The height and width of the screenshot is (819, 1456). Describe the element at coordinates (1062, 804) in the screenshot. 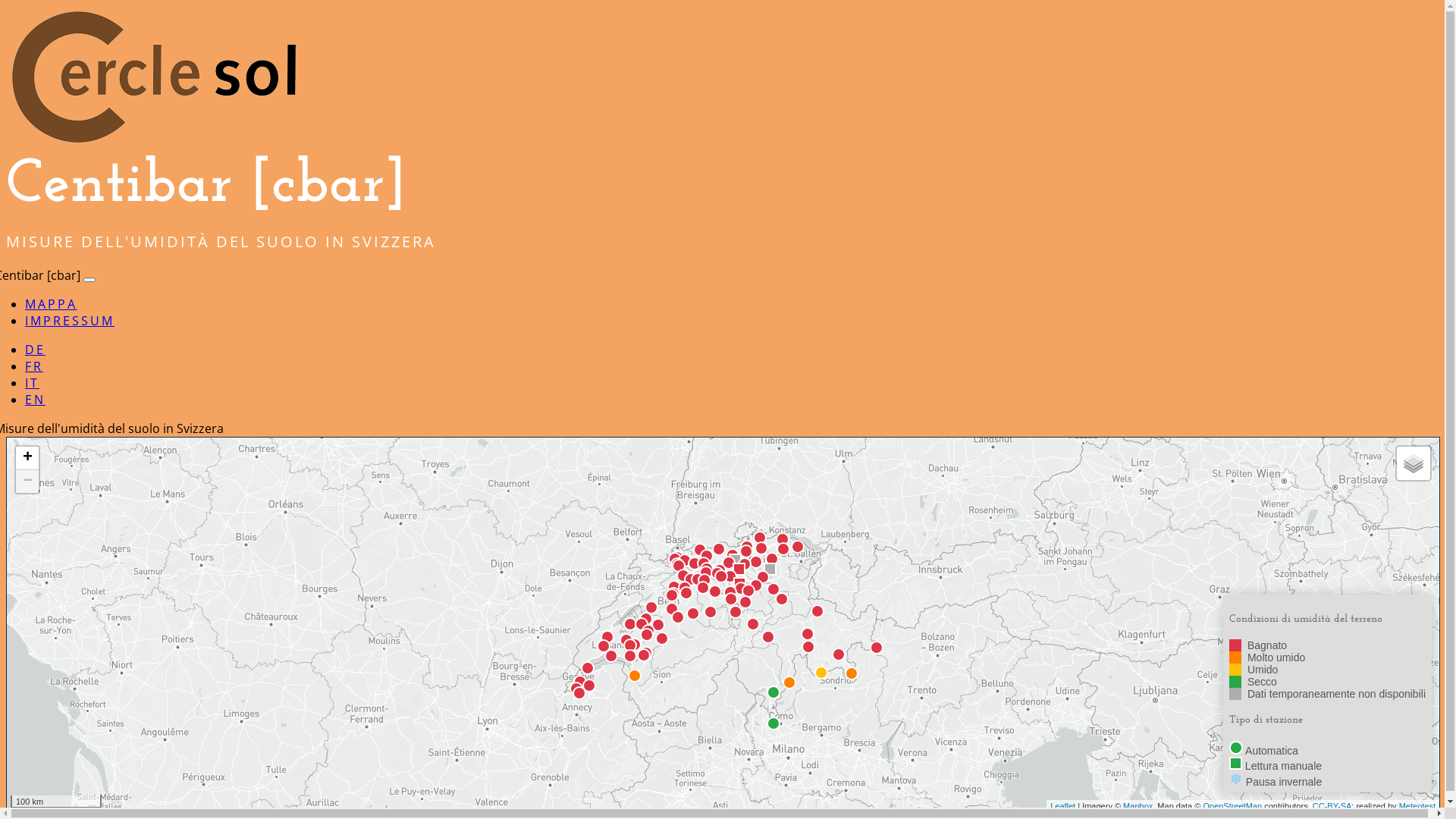

I see `'Leaflet'` at that location.